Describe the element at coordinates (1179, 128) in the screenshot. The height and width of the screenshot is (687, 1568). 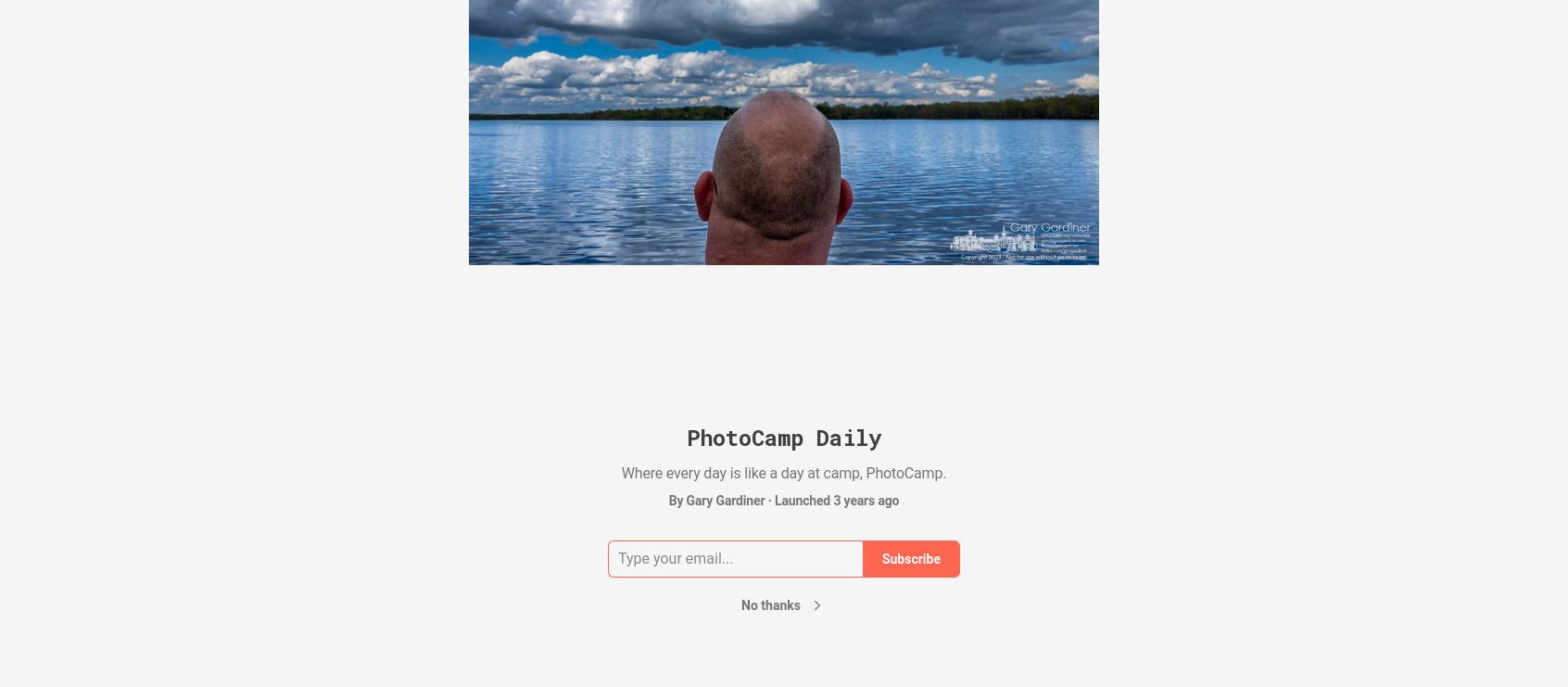
I see `'Rob Walker'` at that location.